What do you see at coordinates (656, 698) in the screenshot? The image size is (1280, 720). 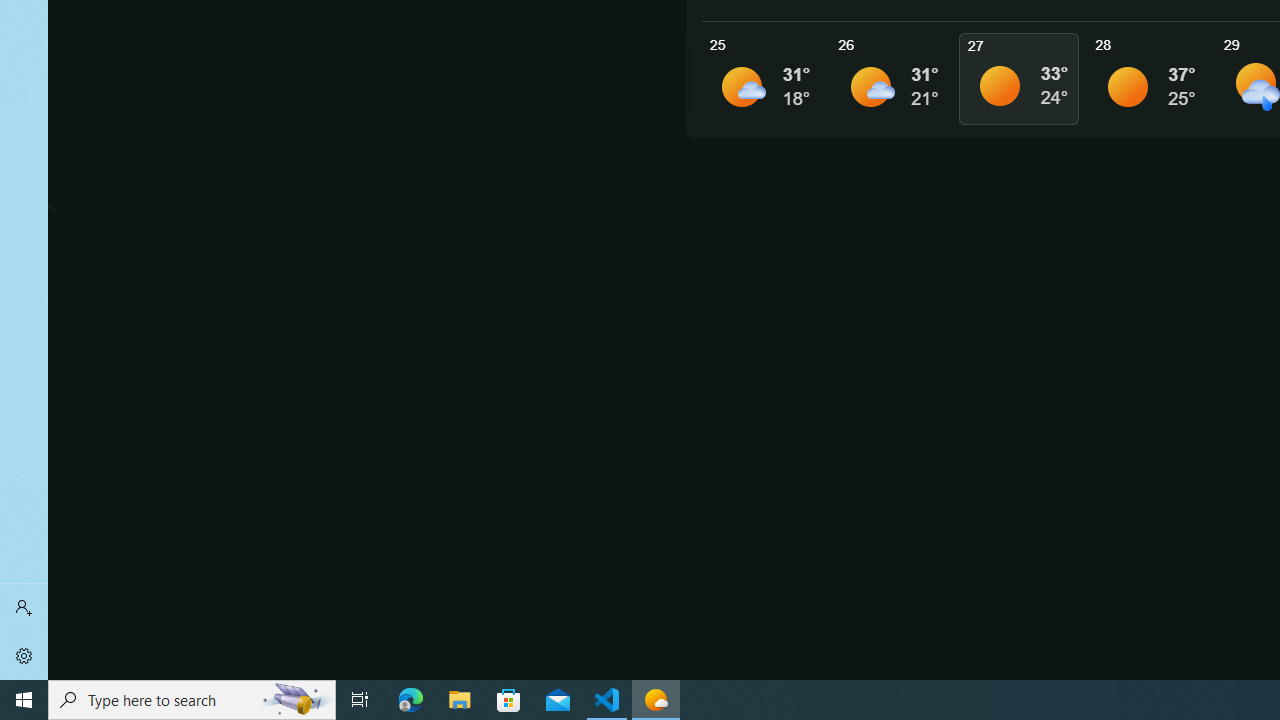 I see `'Weather - 1 running window'` at bounding box center [656, 698].